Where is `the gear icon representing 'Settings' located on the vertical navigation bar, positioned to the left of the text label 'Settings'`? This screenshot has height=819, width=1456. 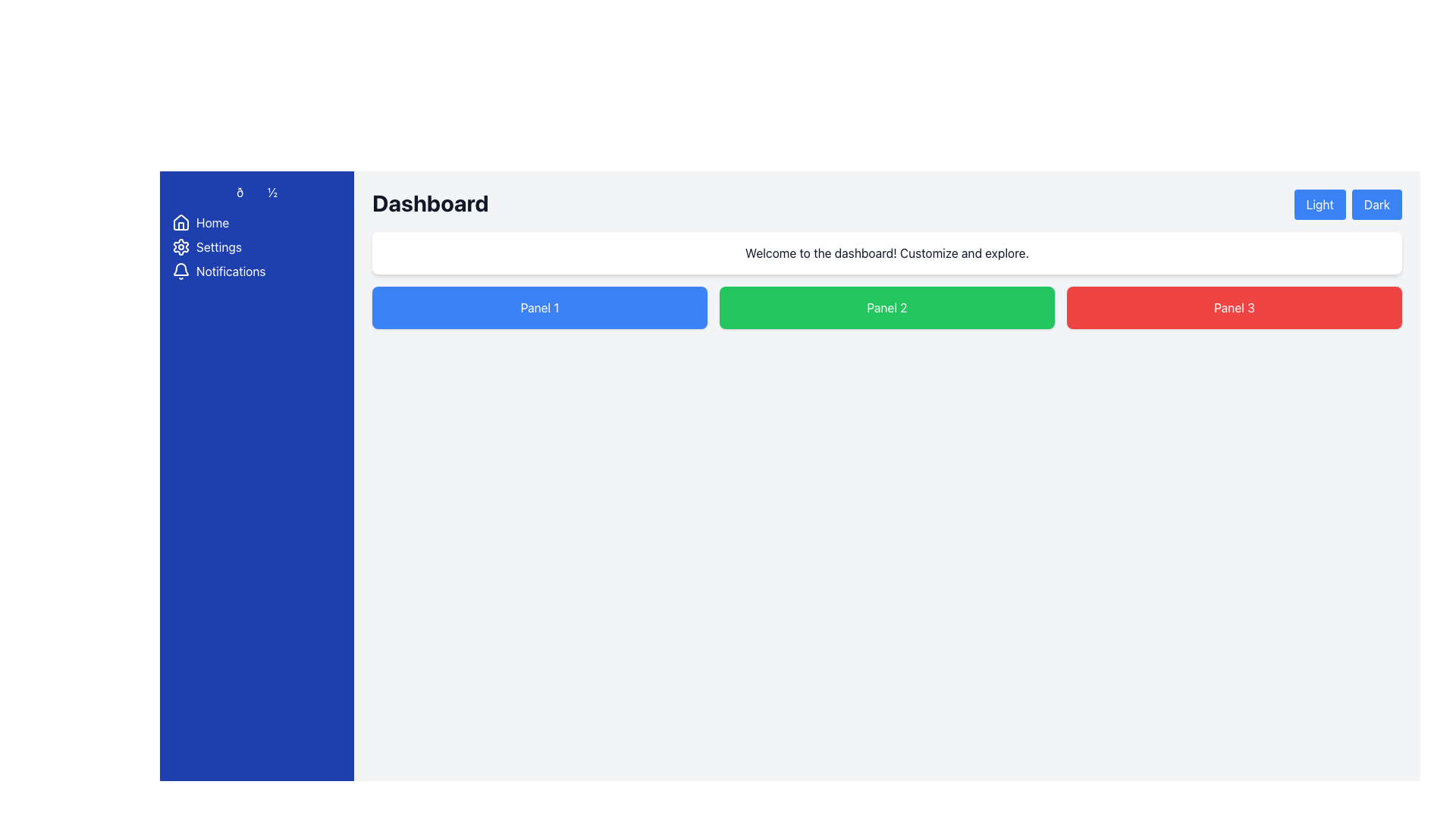 the gear icon representing 'Settings' located on the vertical navigation bar, positioned to the left of the text label 'Settings' is located at coordinates (181, 246).